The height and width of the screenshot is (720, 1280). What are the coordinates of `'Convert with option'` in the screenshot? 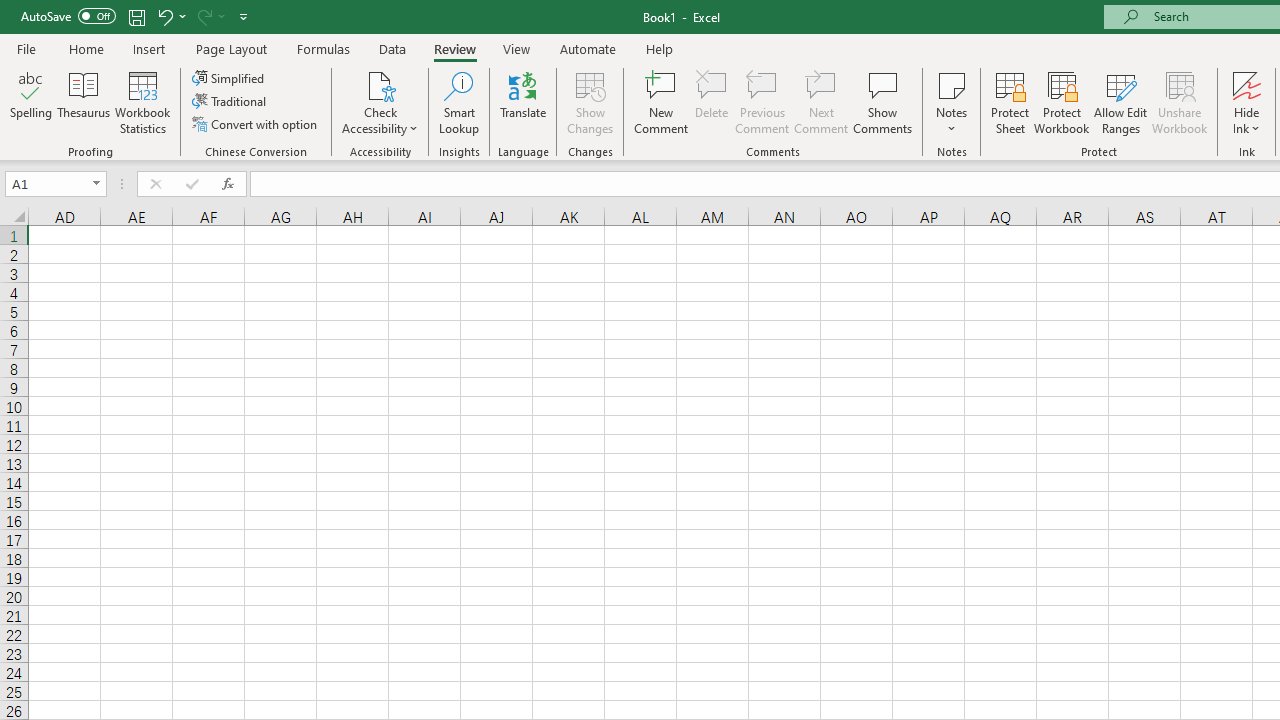 It's located at (255, 124).